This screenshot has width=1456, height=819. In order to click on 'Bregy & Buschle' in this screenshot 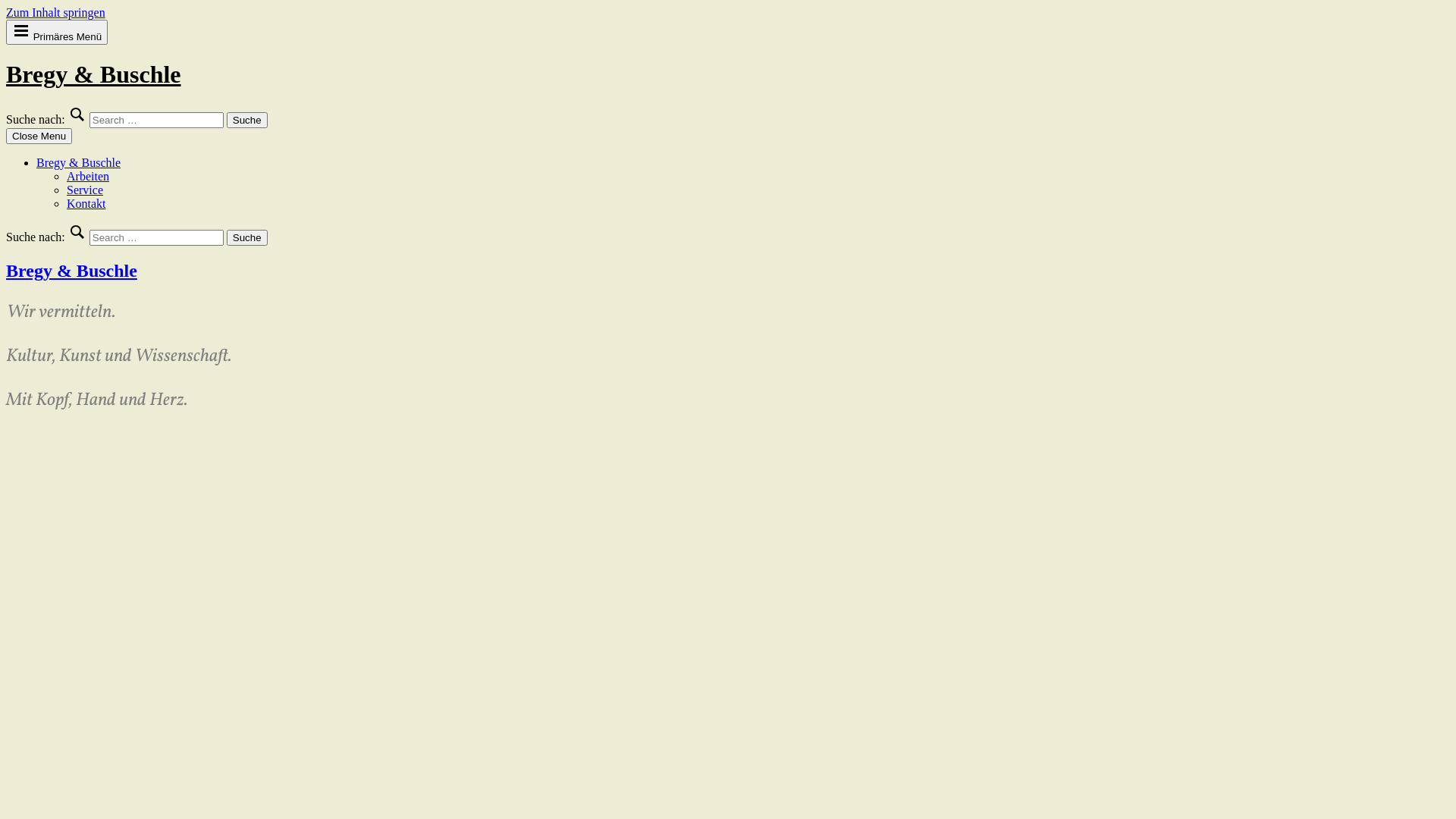, I will do `click(71, 270)`.